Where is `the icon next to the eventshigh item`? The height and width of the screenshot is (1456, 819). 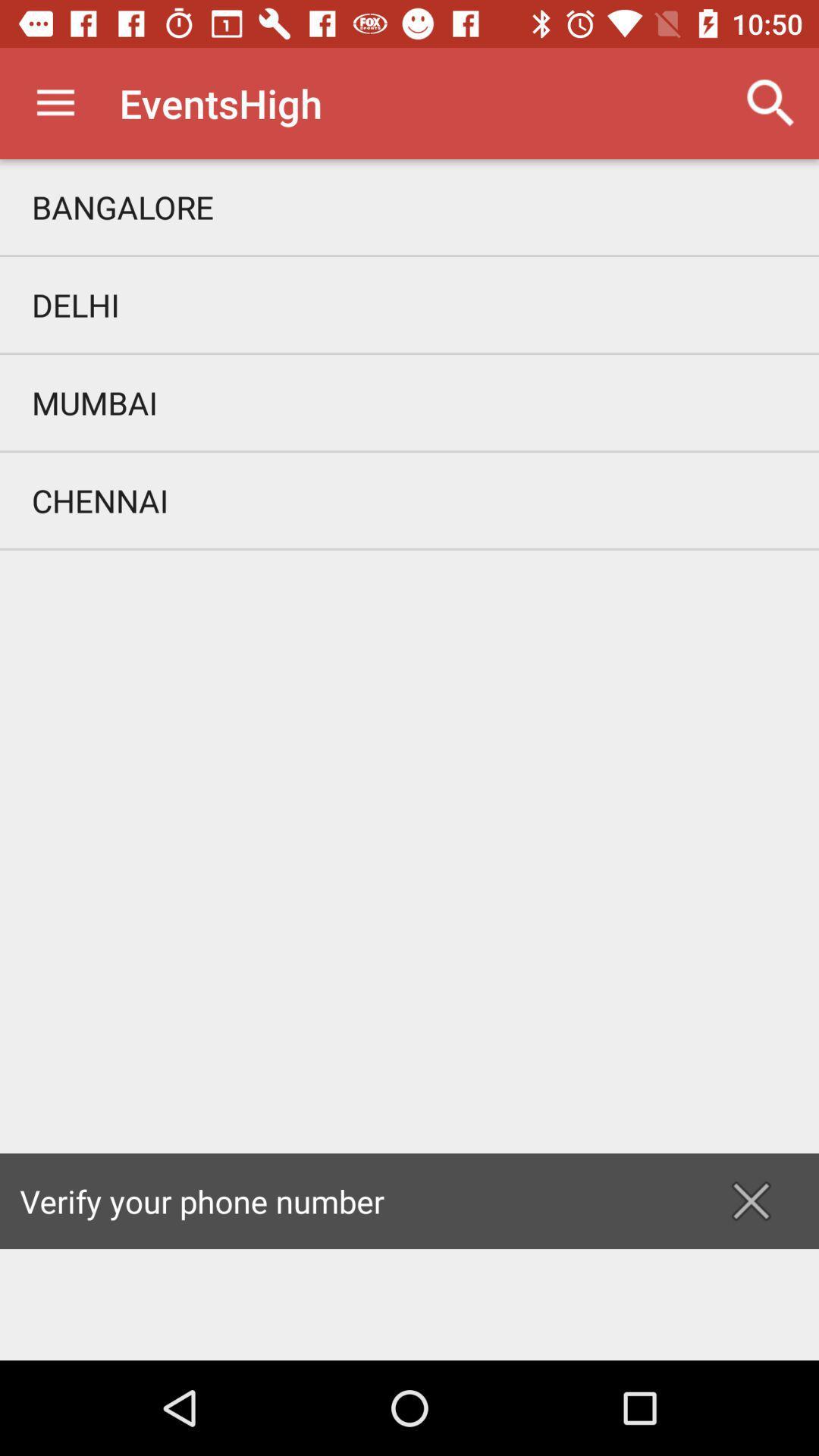
the icon next to the eventshigh item is located at coordinates (771, 102).